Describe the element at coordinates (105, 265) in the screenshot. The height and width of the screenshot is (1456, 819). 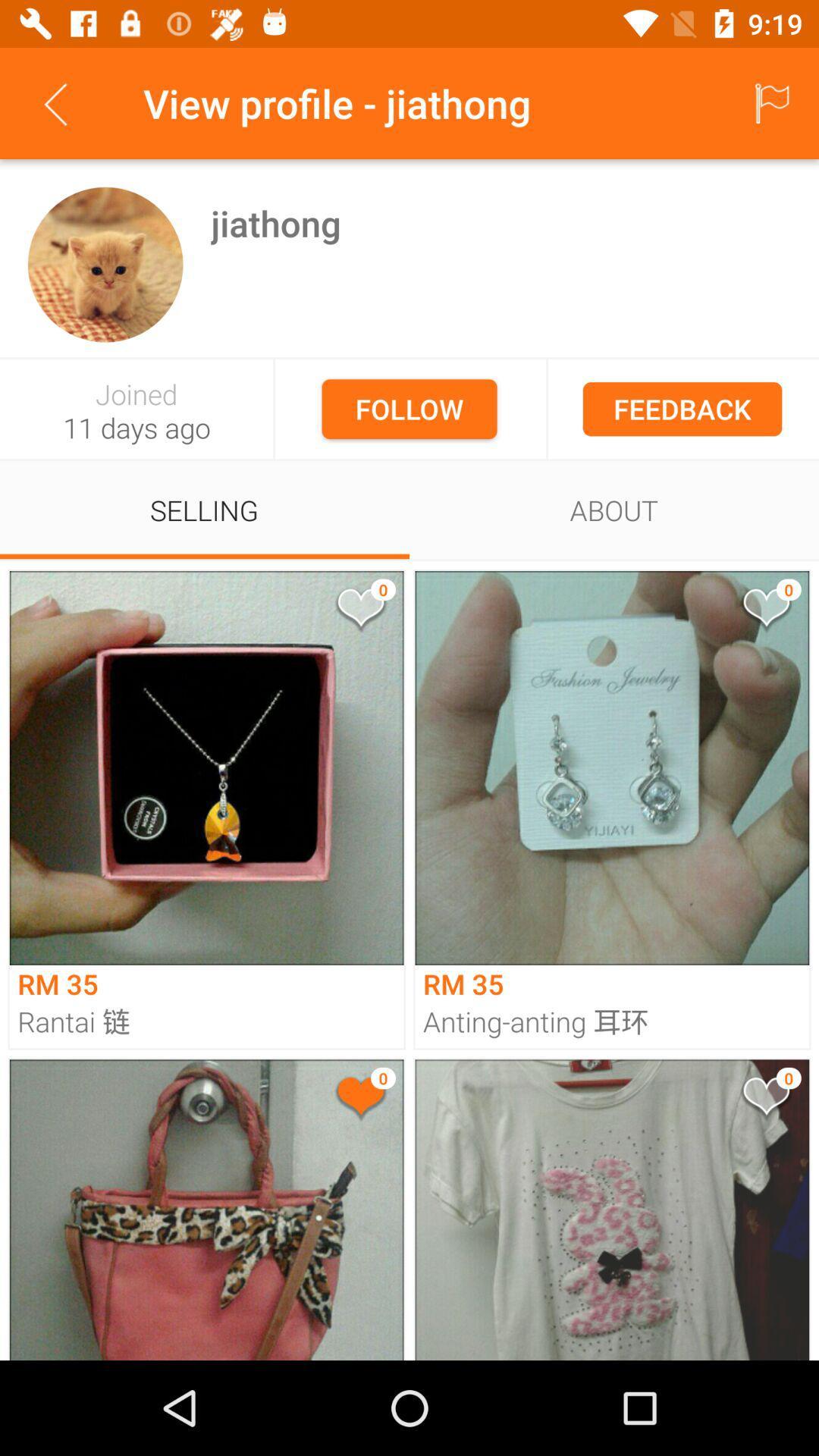
I see `item to the left of the jiathong` at that location.